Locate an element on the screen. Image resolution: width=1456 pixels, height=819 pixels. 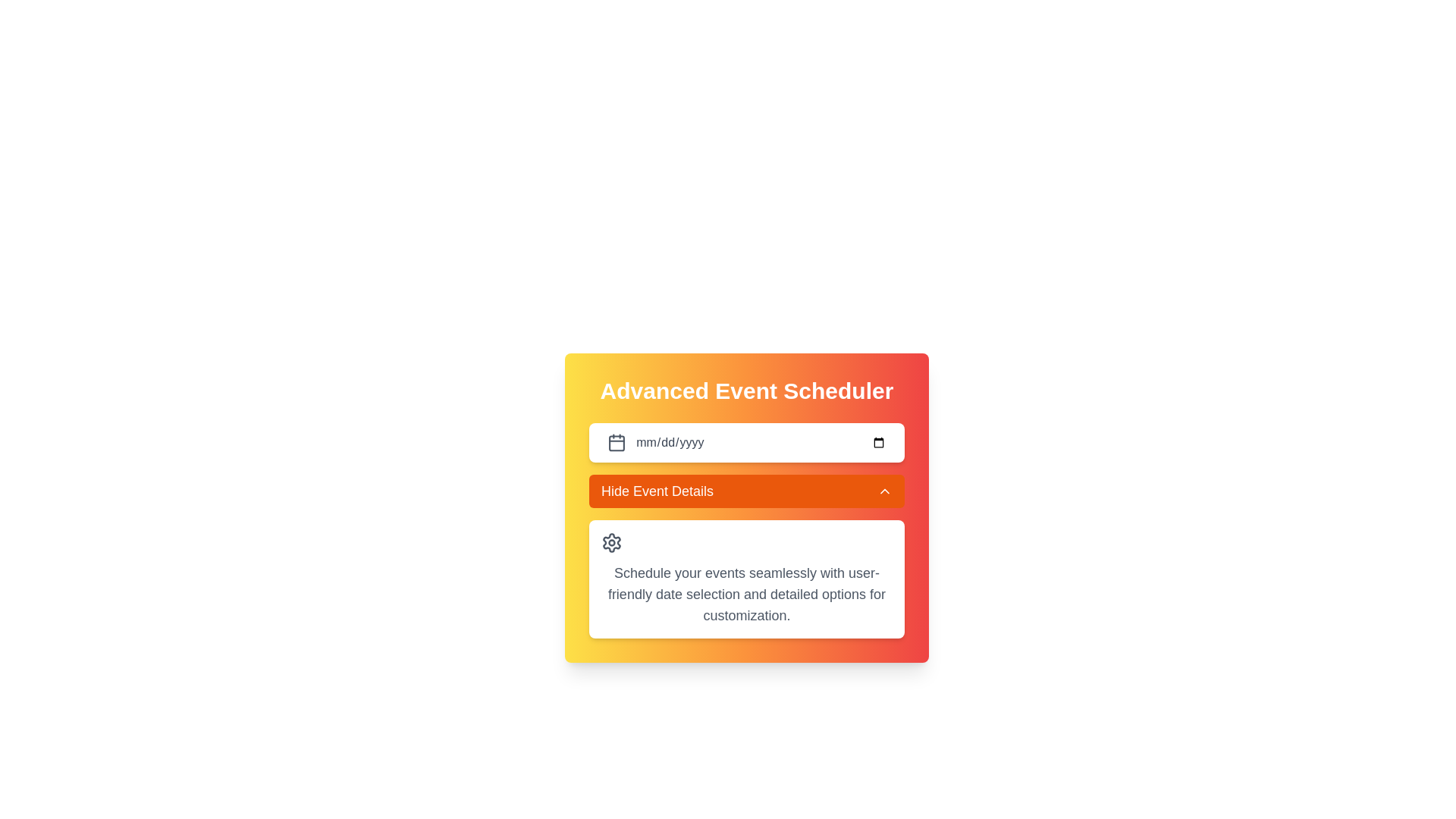
the chevron icon located at the far right end of the 'Hide Event Details' orange button is located at coordinates (884, 491).